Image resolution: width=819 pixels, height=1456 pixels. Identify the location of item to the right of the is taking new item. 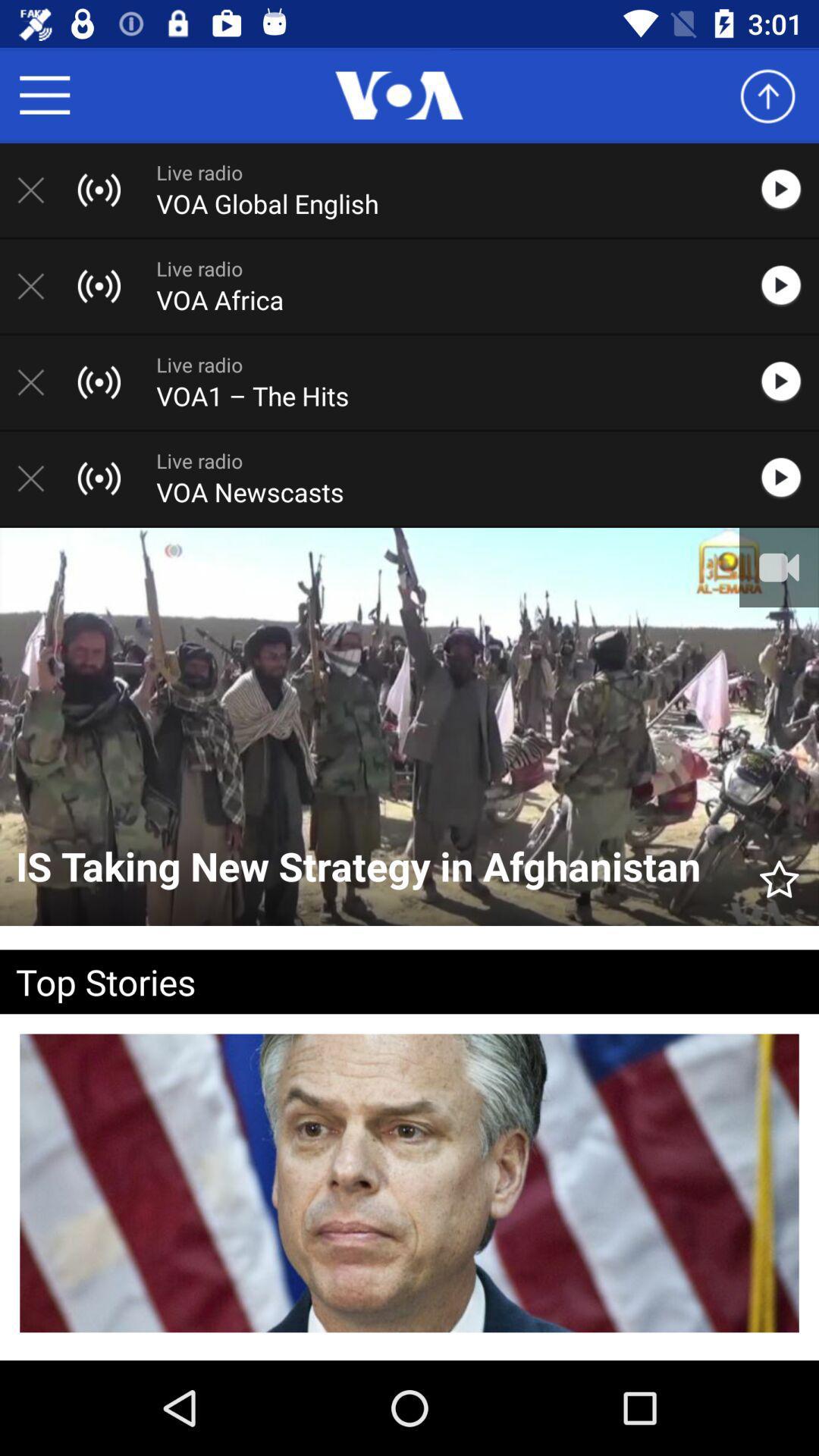
(779, 872).